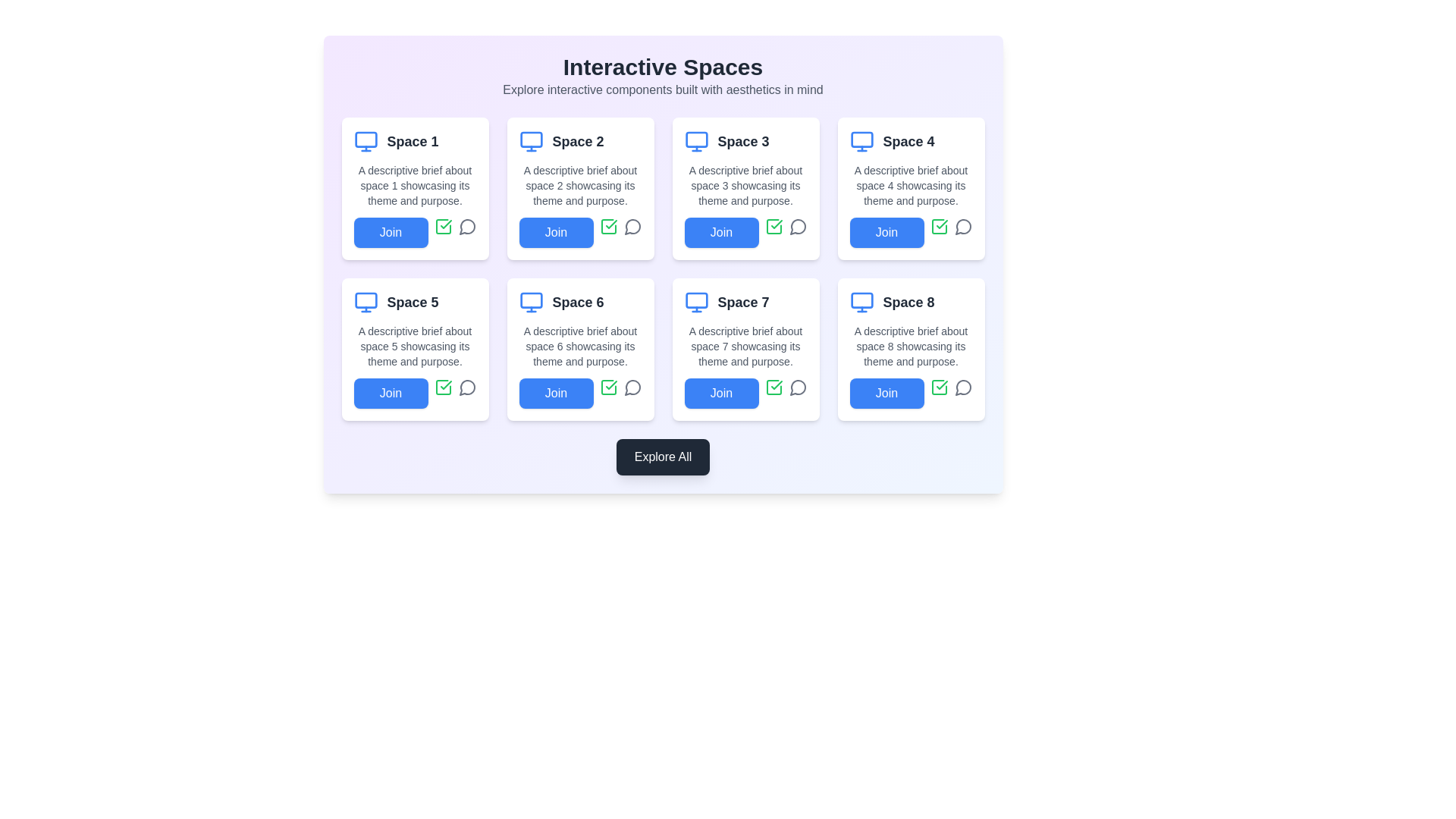 The width and height of the screenshot is (1456, 819). Describe the element at coordinates (577, 302) in the screenshot. I see `the label that serves as the title for the 'Interactive Spaces' section, located in the second row, second column of a grid layout` at that location.